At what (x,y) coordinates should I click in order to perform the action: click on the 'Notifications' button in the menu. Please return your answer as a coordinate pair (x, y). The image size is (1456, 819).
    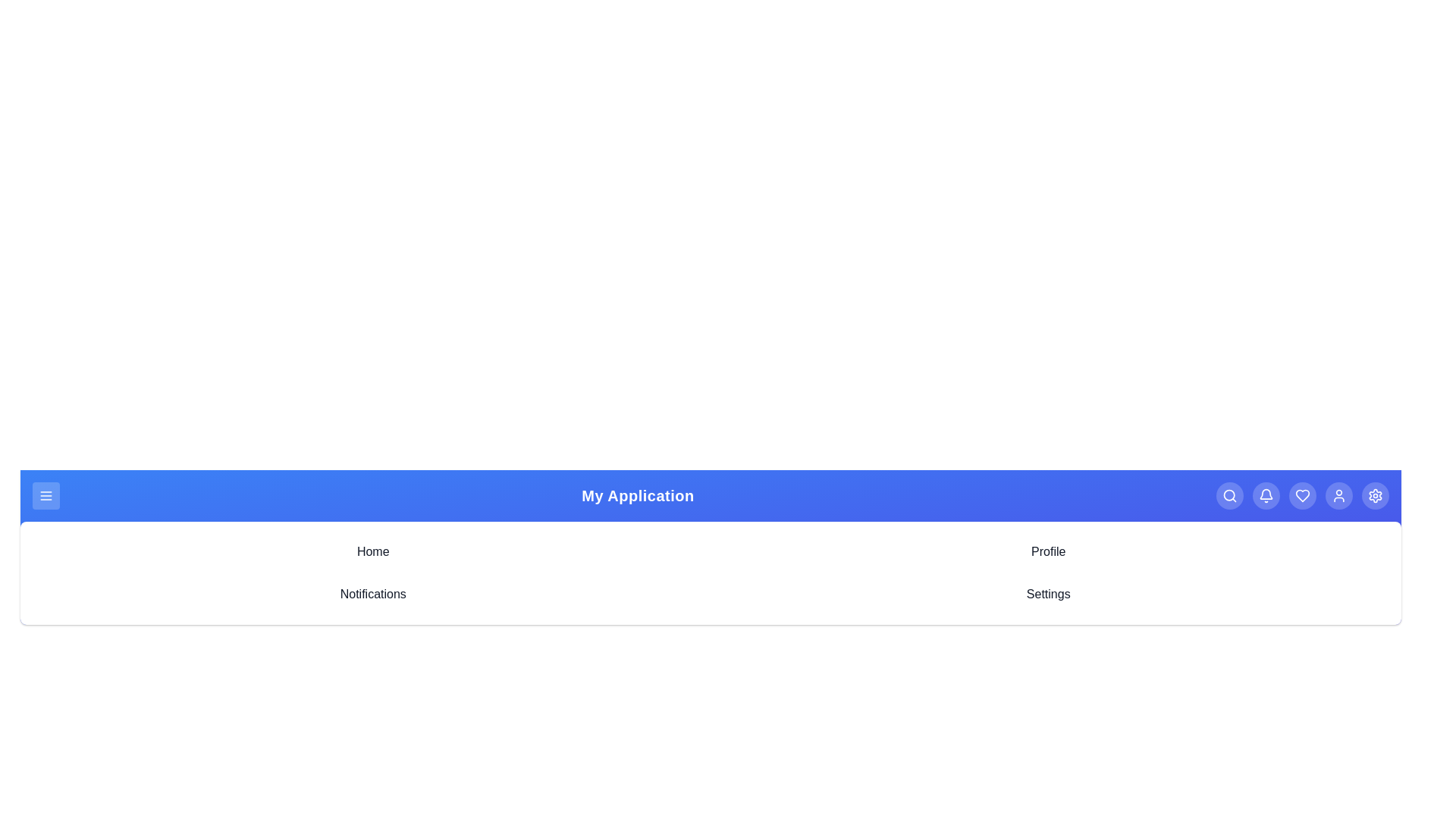
    Looking at the image, I should click on (373, 593).